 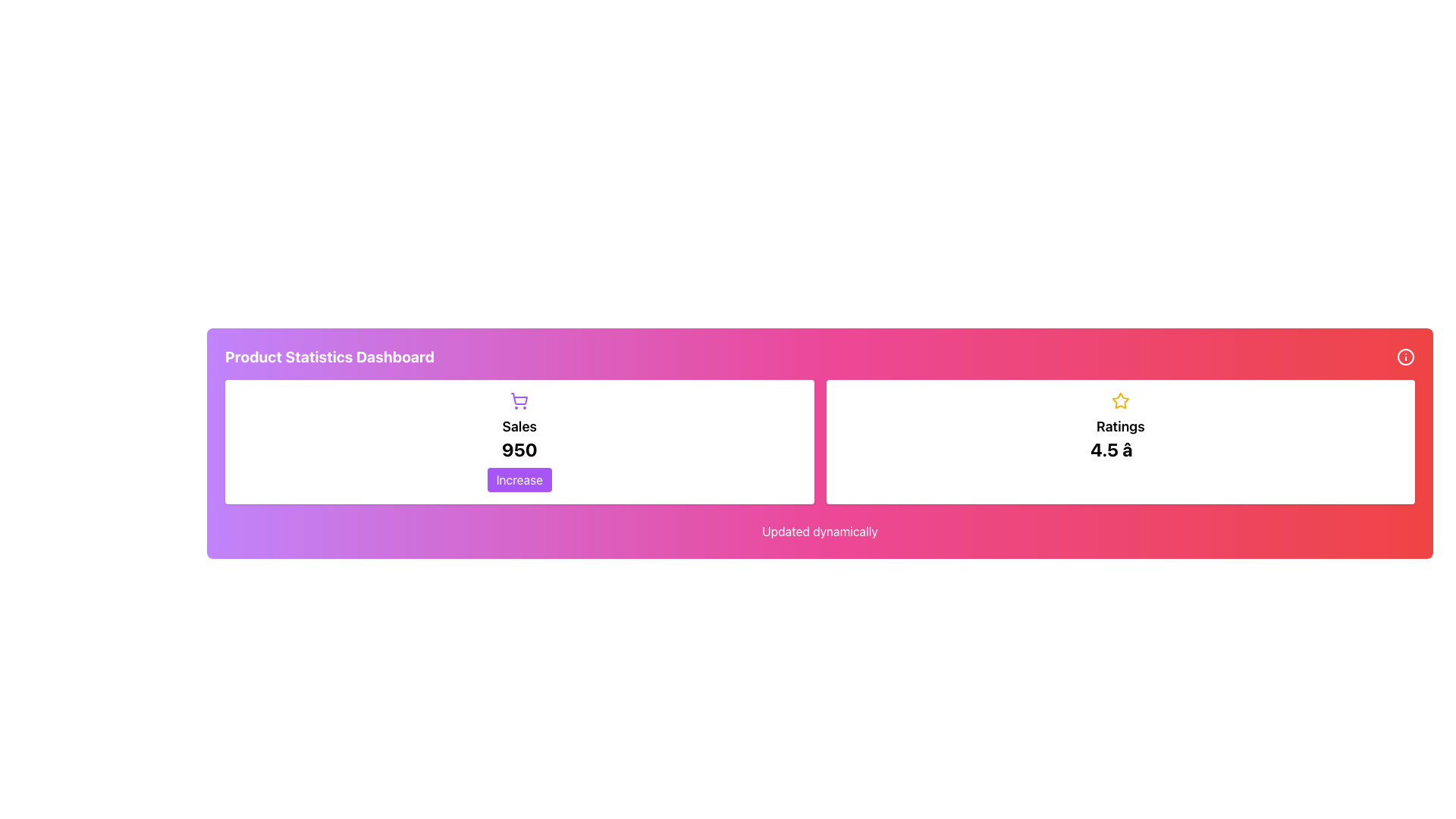 I want to click on the text label displaying the rating score '4.5 ⭐' that is styled with a bold, large font, located in the Ratings section below the 'Ratings' label and a star icon, so click(x=1120, y=449).